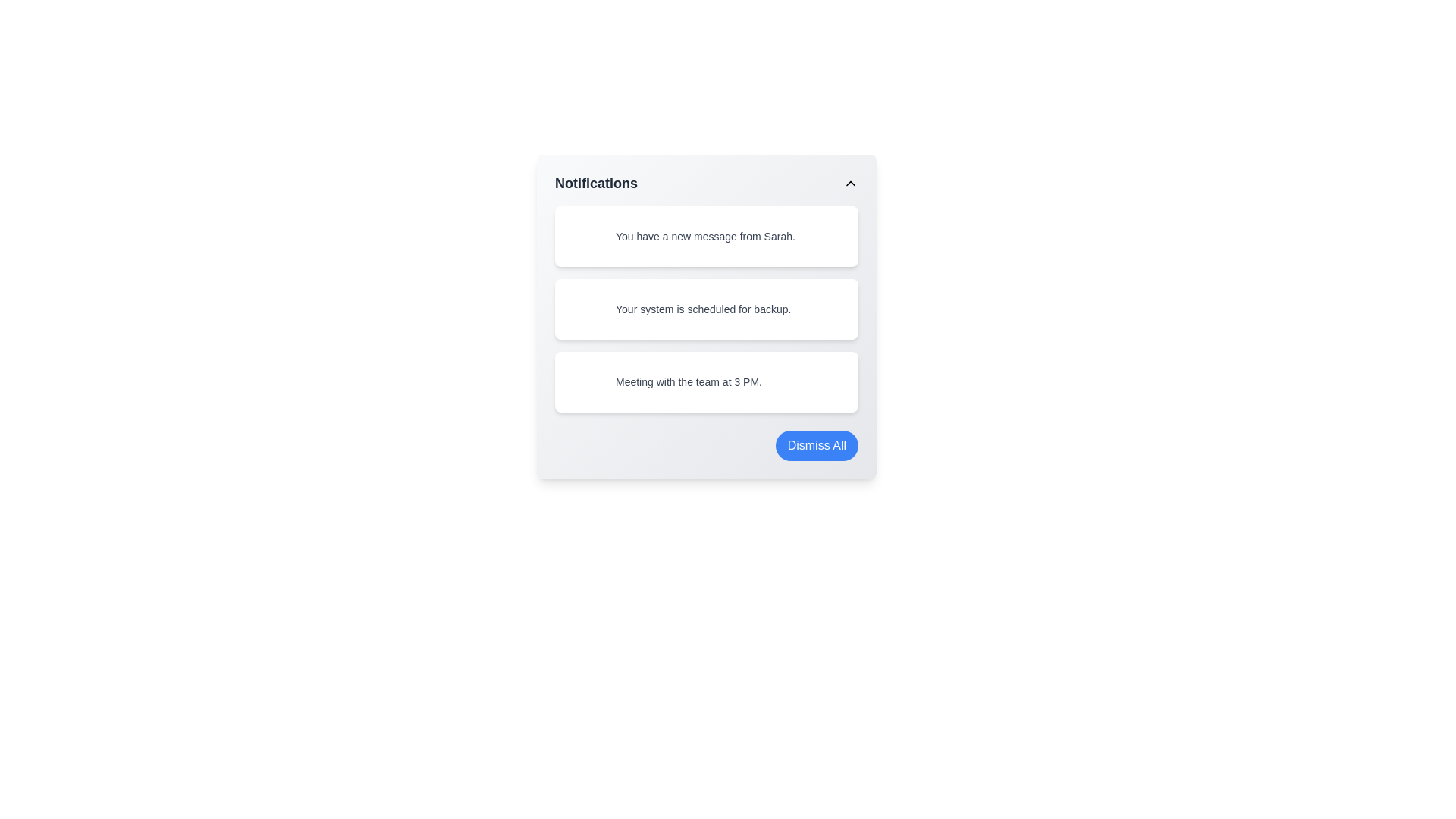 Image resolution: width=1456 pixels, height=819 pixels. I want to click on the 'Dismiss All' button, which is a rounded rectangular button with a blue background and white text, located in the bottom-right corner of the notifications card, so click(815, 444).